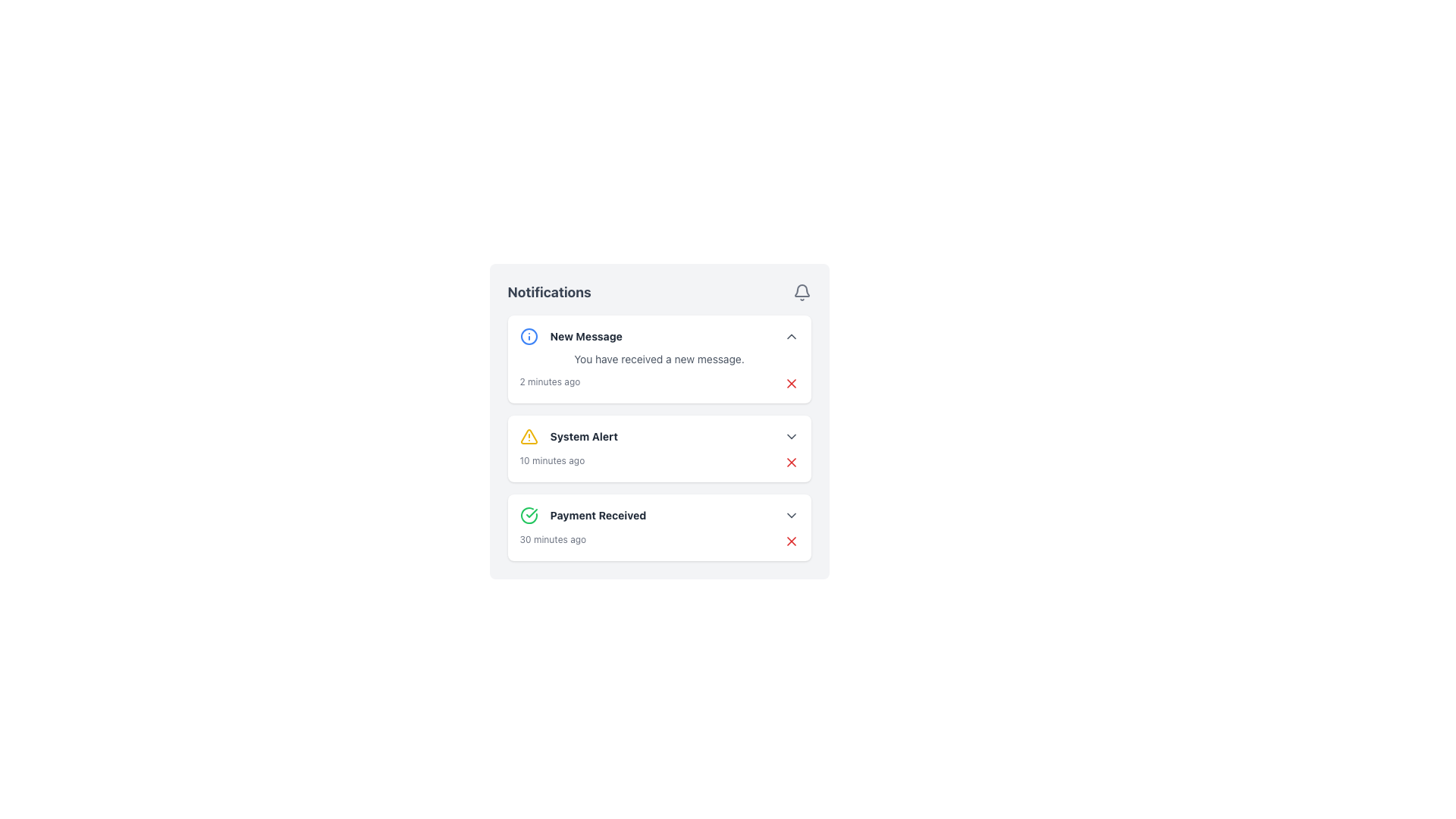 The image size is (1456, 819). Describe the element at coordinates (790, 382) in the screenshot. I see `the Close icon located in the top-right corner of the first notification card` at that location.